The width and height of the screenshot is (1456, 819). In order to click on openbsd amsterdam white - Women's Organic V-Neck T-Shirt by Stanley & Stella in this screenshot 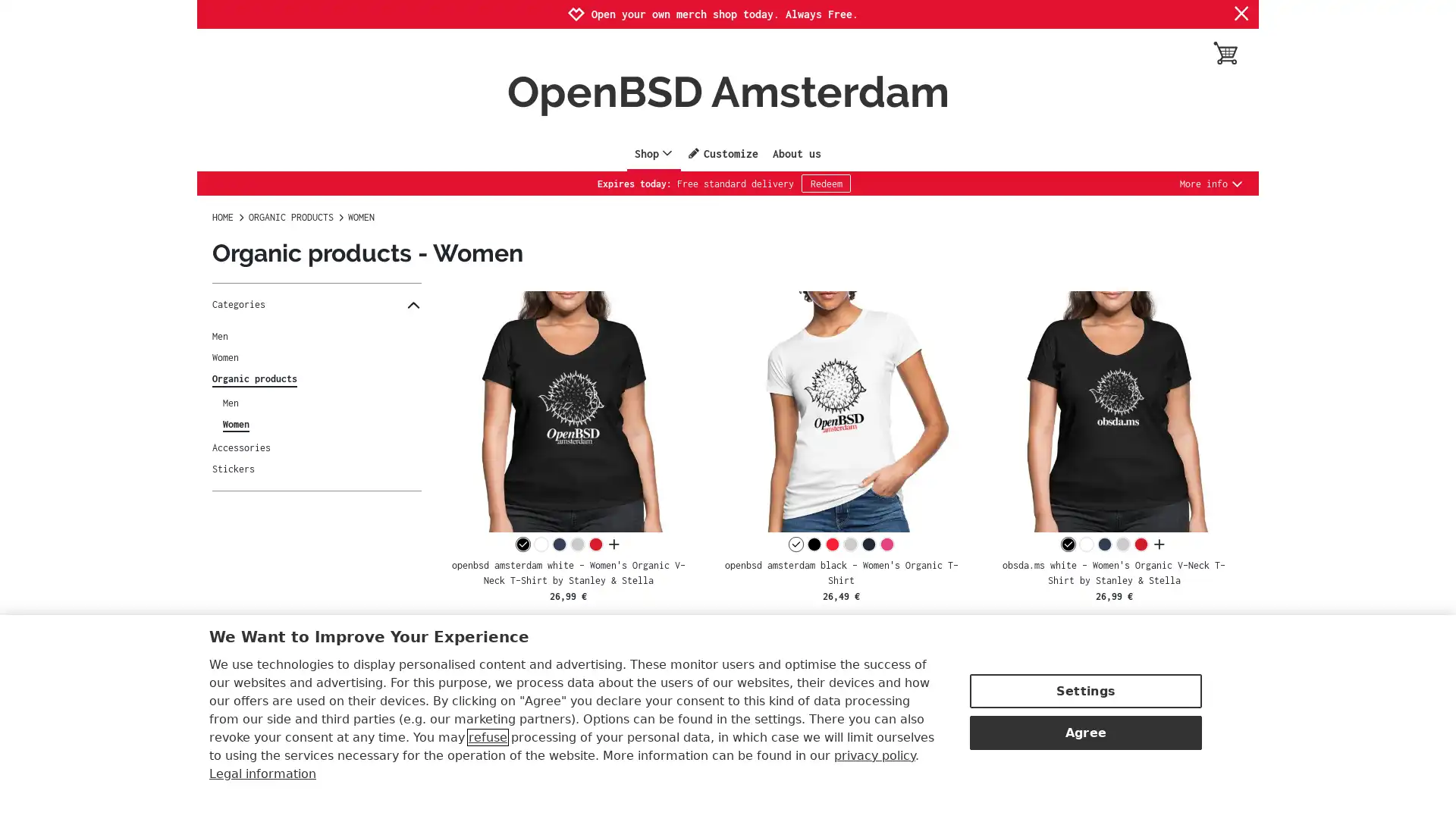, I will do `click(567, 412)`.